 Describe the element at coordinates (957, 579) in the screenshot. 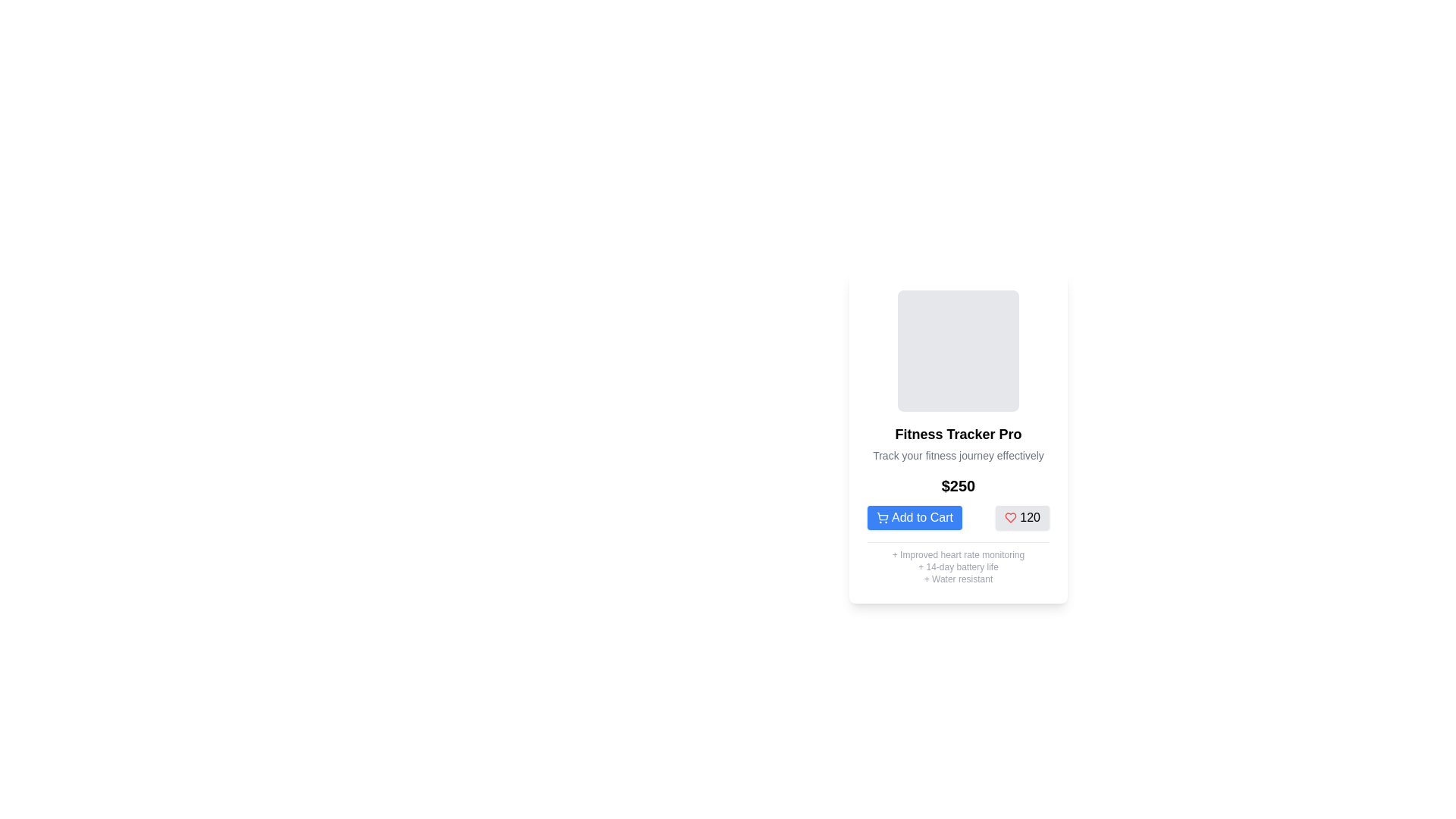

I see `text label displaying '+ Water resistant', which is the third item in the vertical list of features in the product description section` at that location.